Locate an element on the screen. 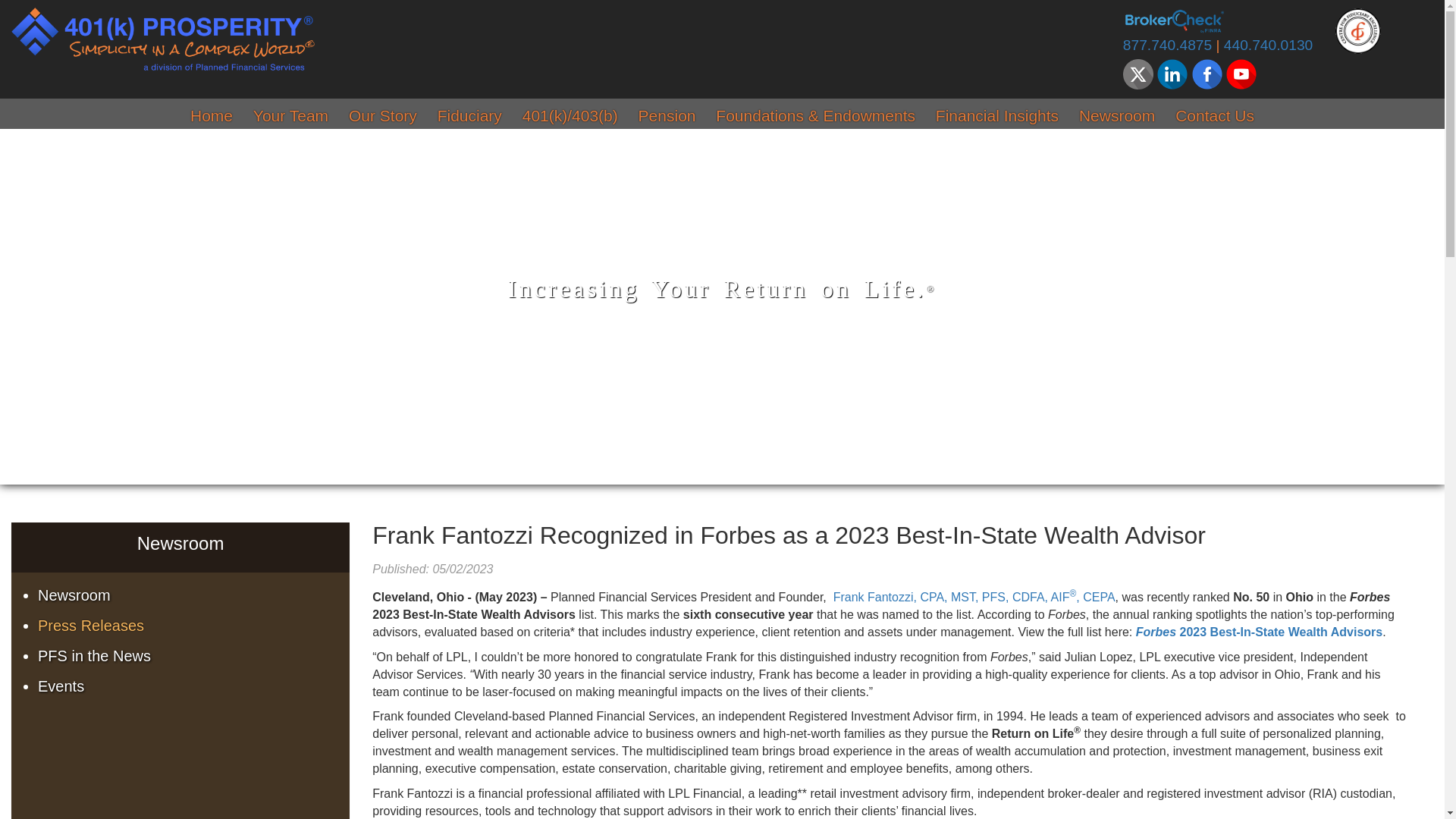  'Press Releases' is located at coordinates (37, 626).